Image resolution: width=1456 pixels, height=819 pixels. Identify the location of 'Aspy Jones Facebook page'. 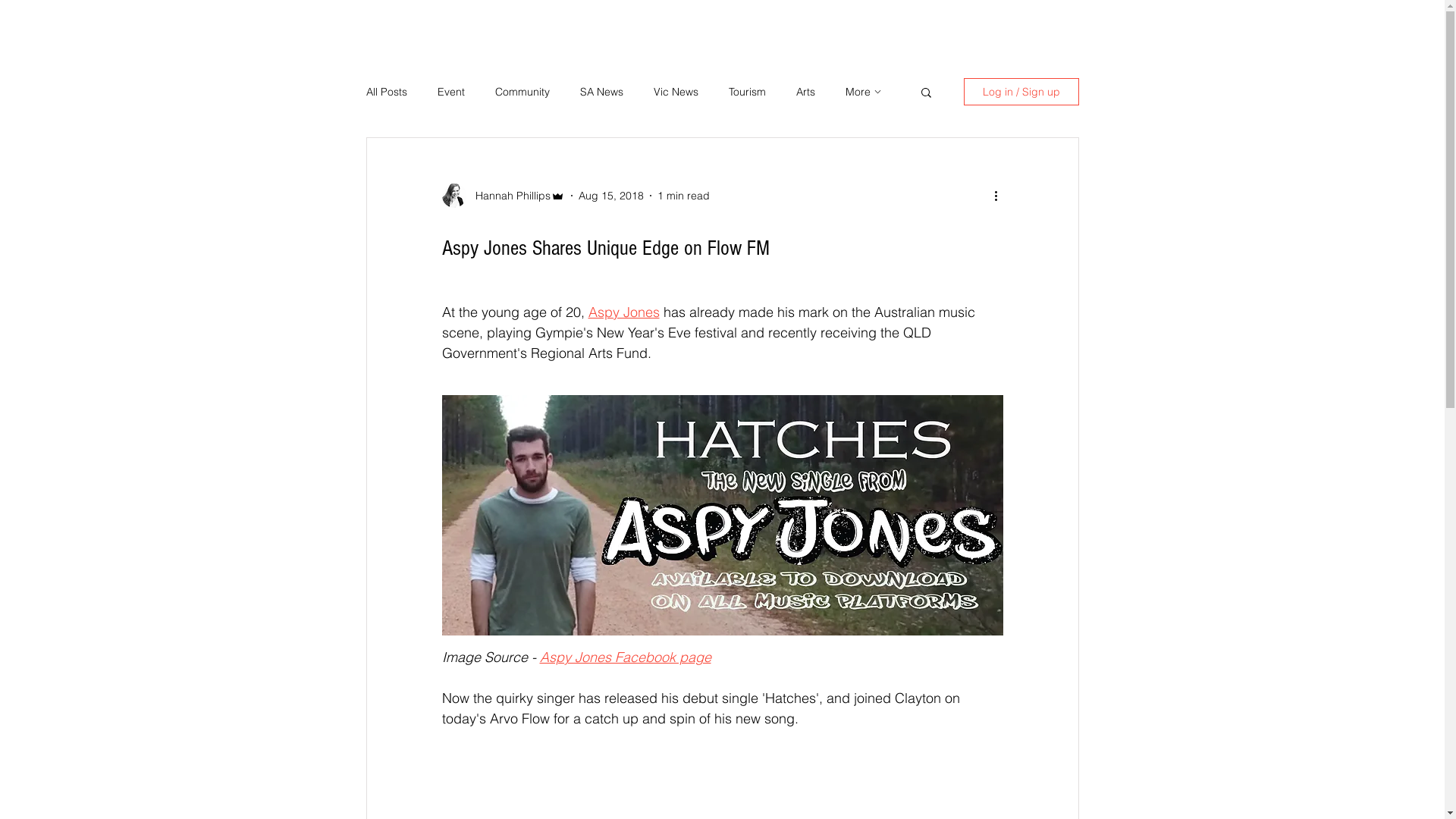
(626, 656).